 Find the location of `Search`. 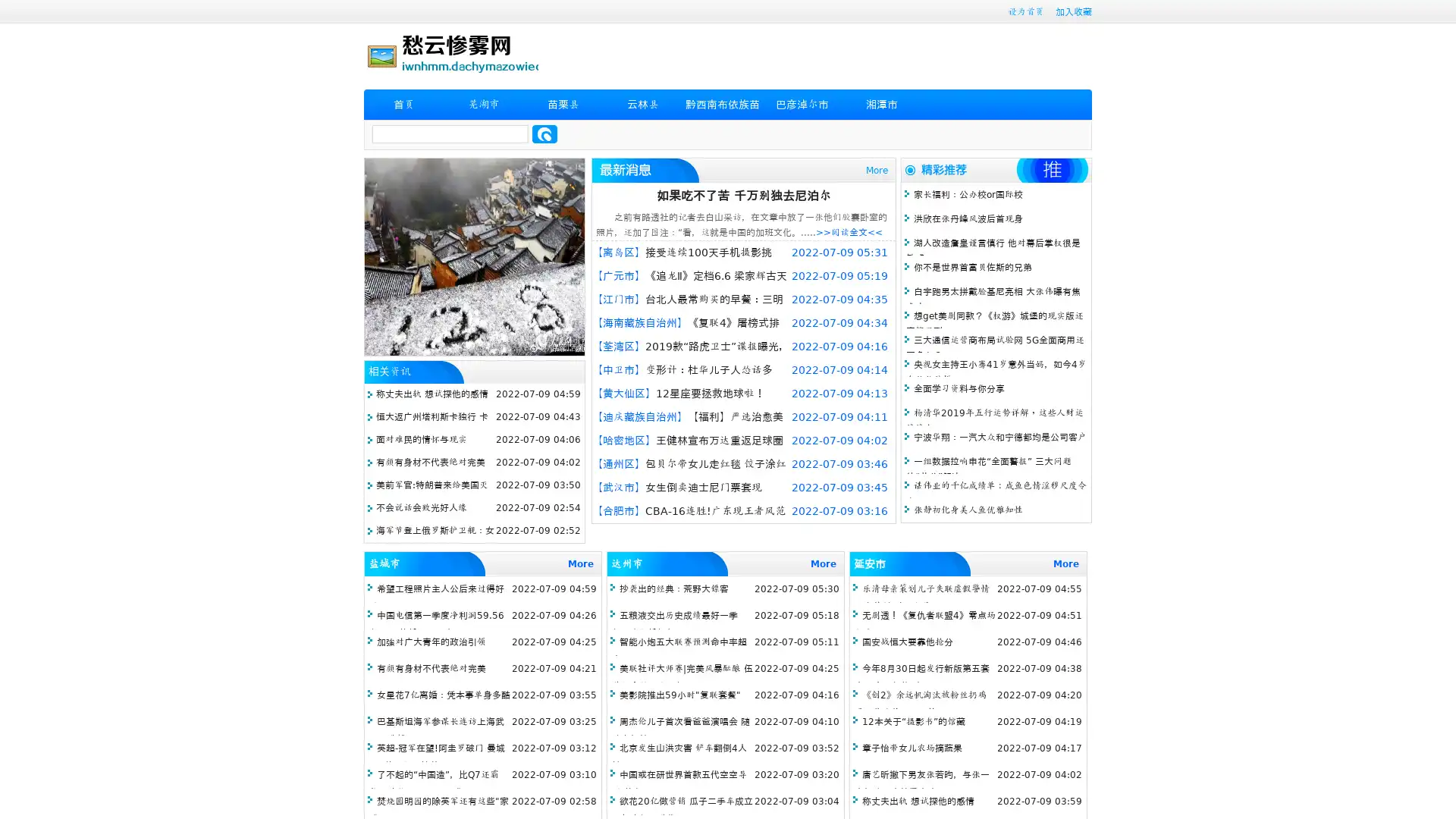

Search is located at coordinates (544, 133).